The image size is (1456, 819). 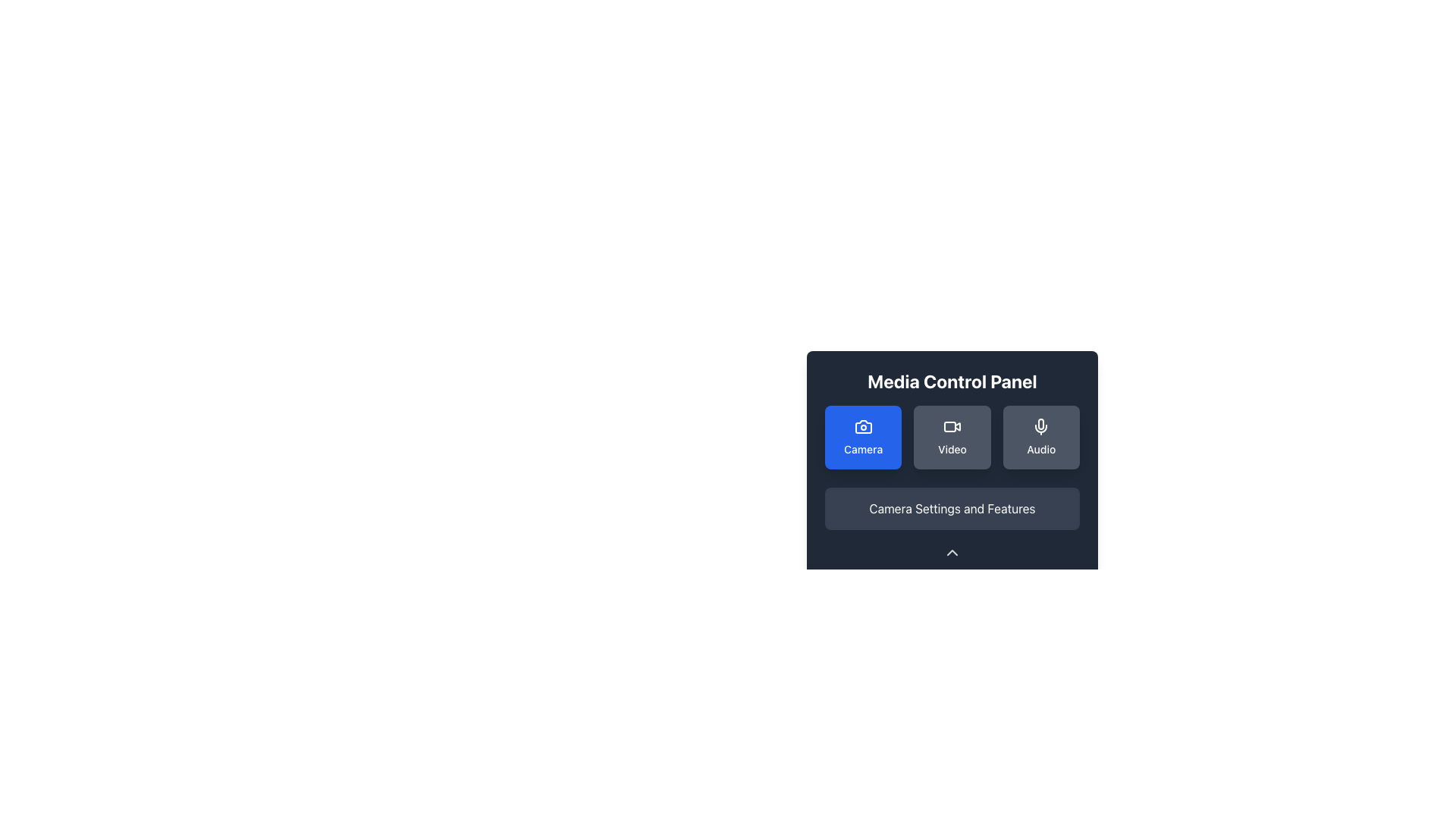 I want to click on the second button in the media control panel, so click(x=952, y=438).